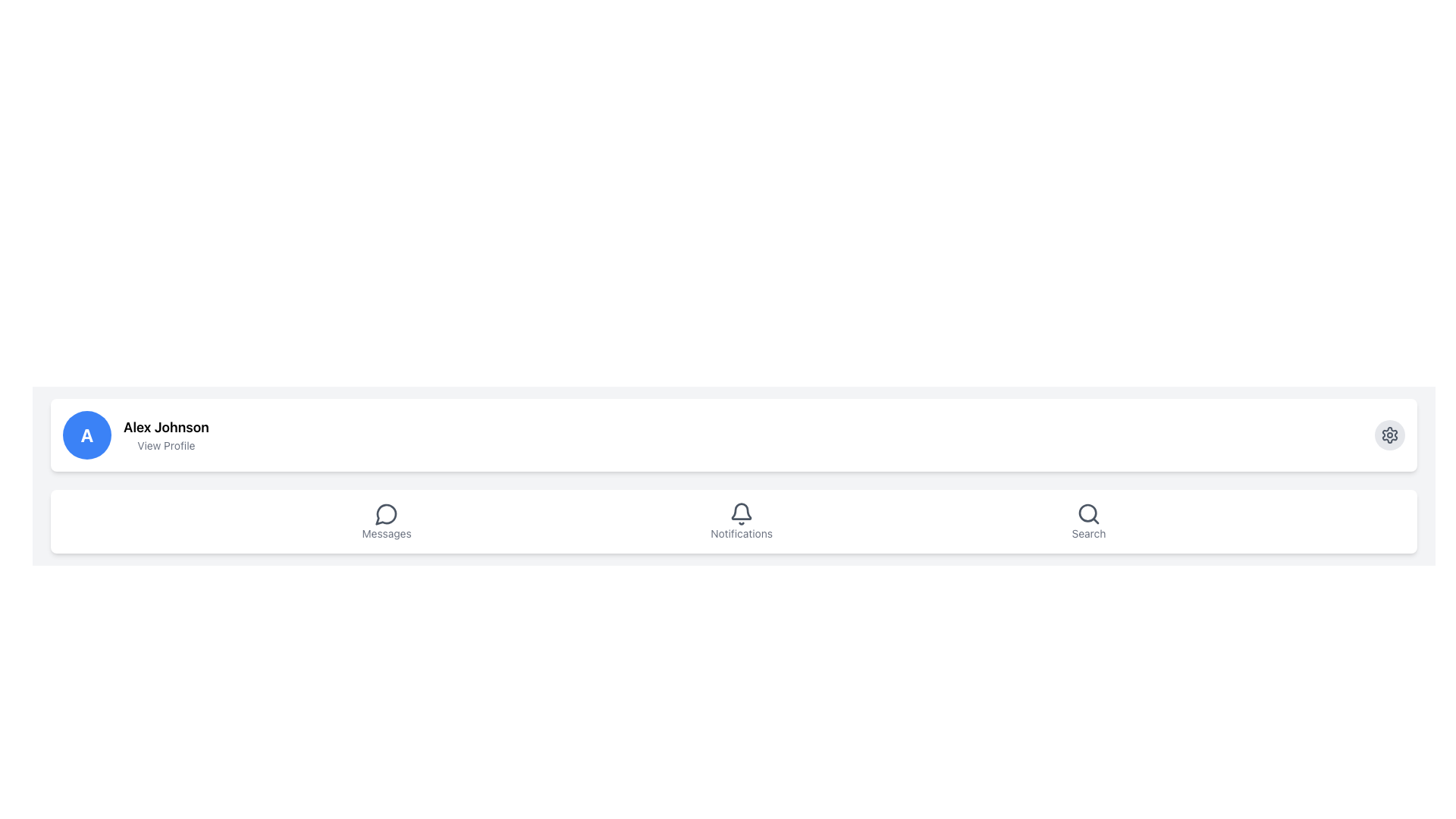 The height and width of the screenshot is (819, 1456). Describe the element at coordinates (742, 533) in the screenshot. I see `the 'Notifications' label, which is a small text label styled with a gray font and located underneath a bell icon in the navigation bar` at that location.